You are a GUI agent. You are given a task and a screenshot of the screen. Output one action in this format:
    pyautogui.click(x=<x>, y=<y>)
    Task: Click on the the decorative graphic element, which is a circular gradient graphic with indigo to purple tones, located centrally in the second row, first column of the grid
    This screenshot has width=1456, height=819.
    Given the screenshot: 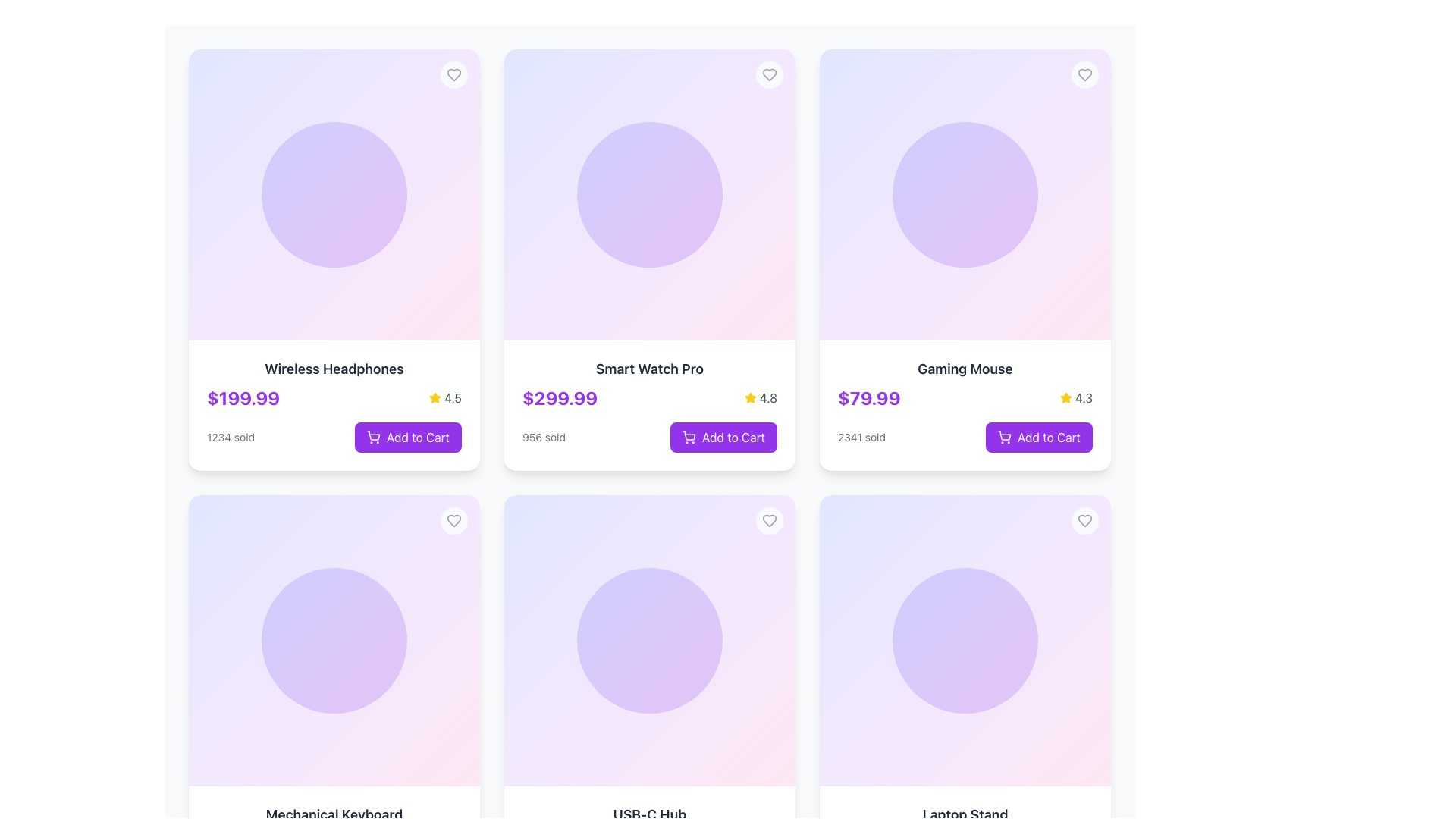 What is the action you would take?
    pyautogui.click(x=650, y=640)
    